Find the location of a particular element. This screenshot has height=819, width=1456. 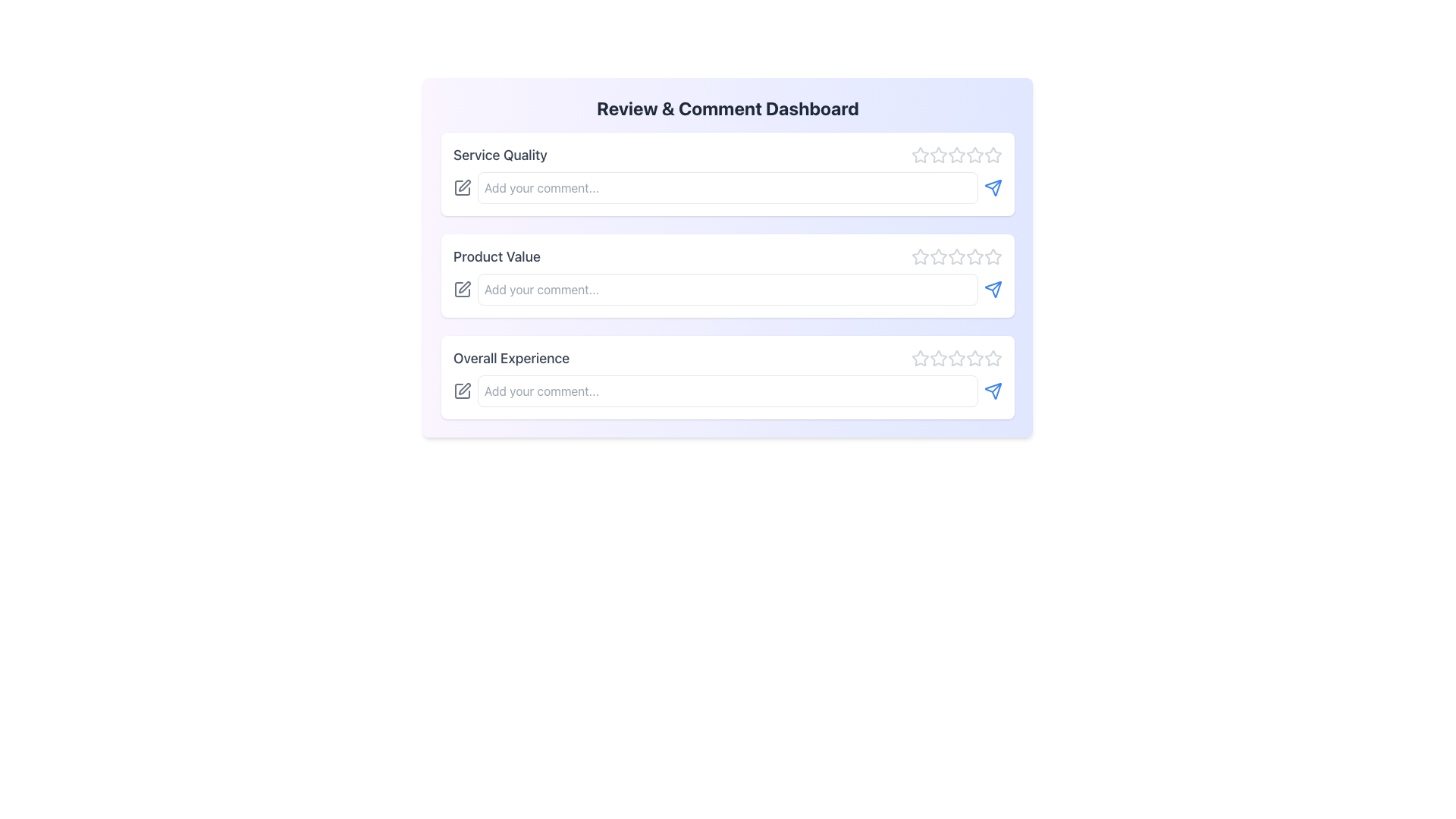

the 'Service Quality' text label located at the top of the feedback card on the dashboard is located at coordinates (500, 155).